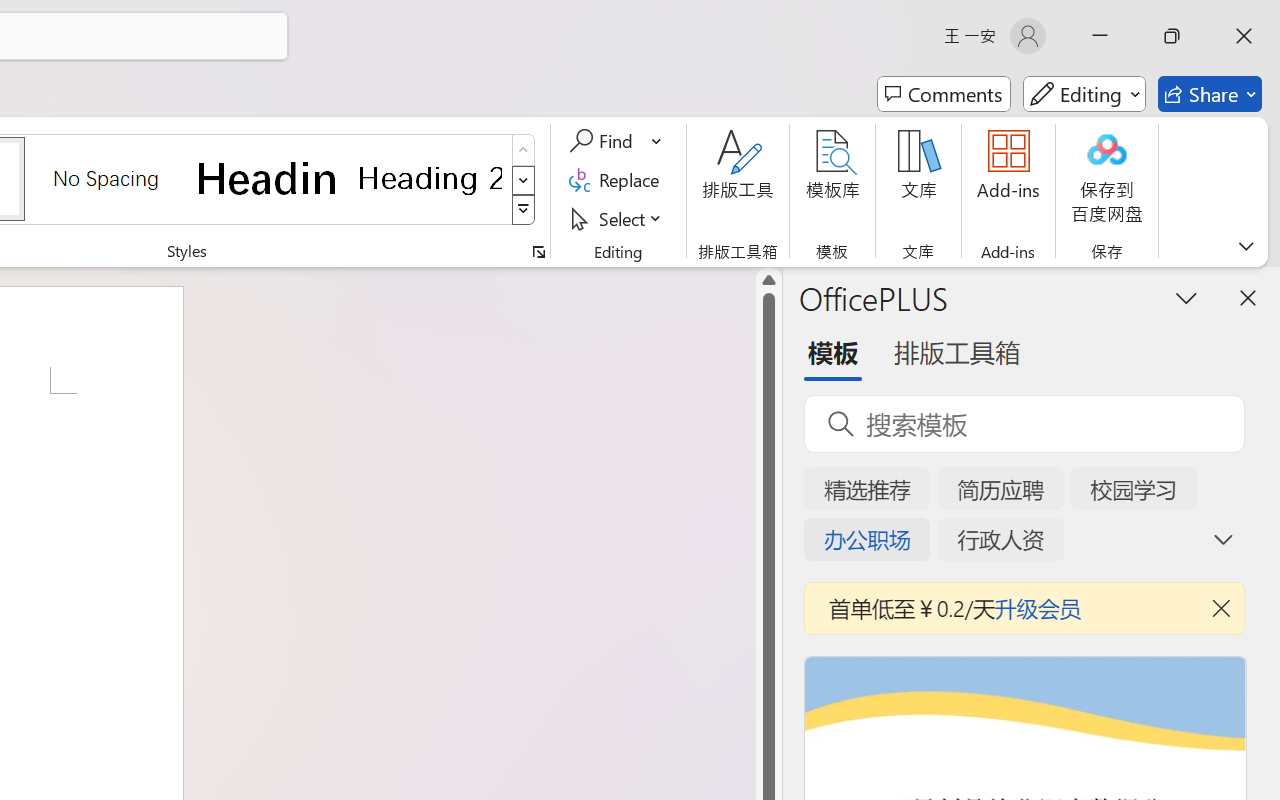 The width and height of the screenshot is (1280, 800). What do you see at coordinates (616, 179) in the screenshot?
I see `'Replace...'` at bounding box center [616, 179].